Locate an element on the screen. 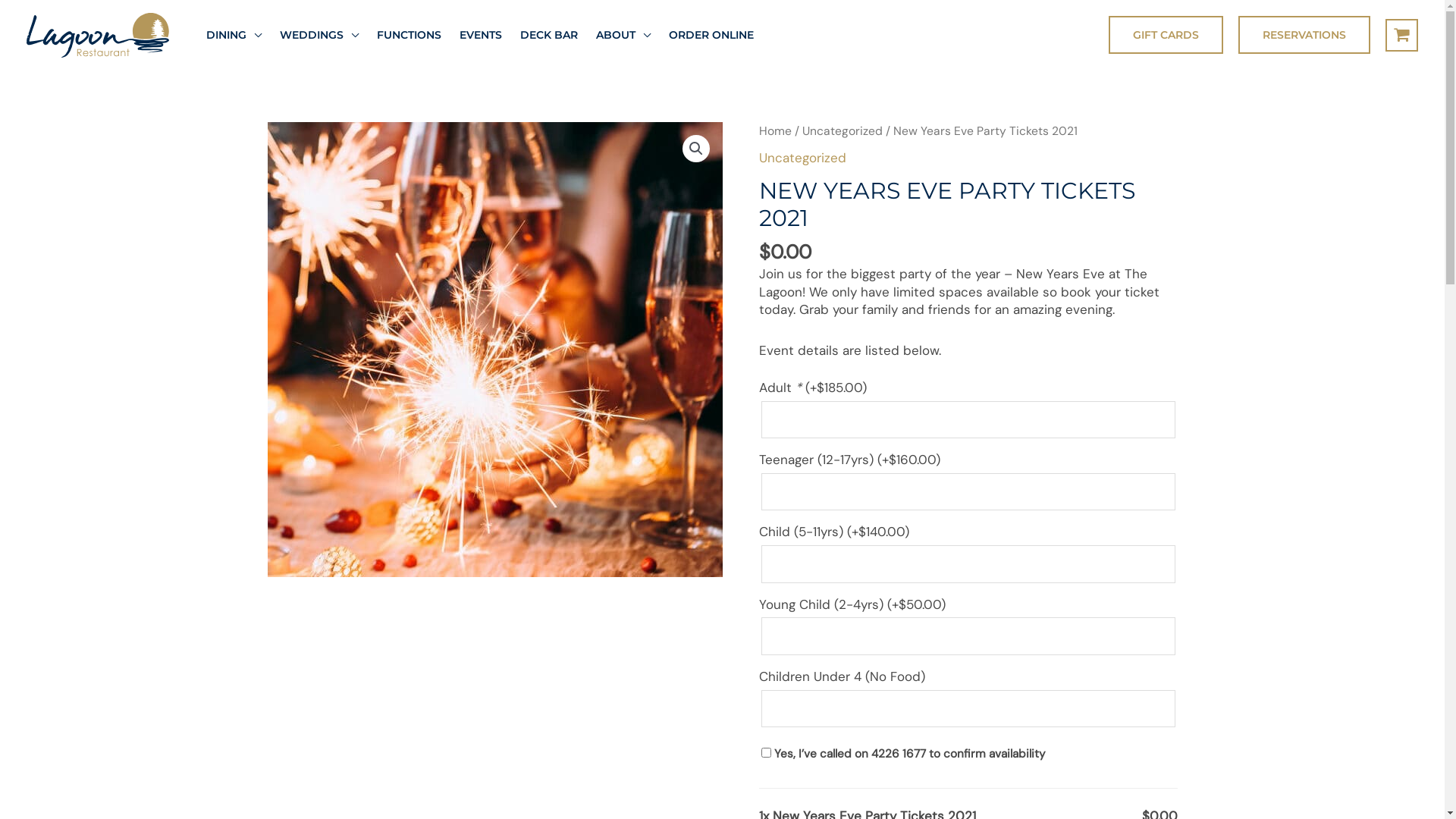 The image size is (1456, 819). 'Uncategorized' is located at coordinates (801, 158).